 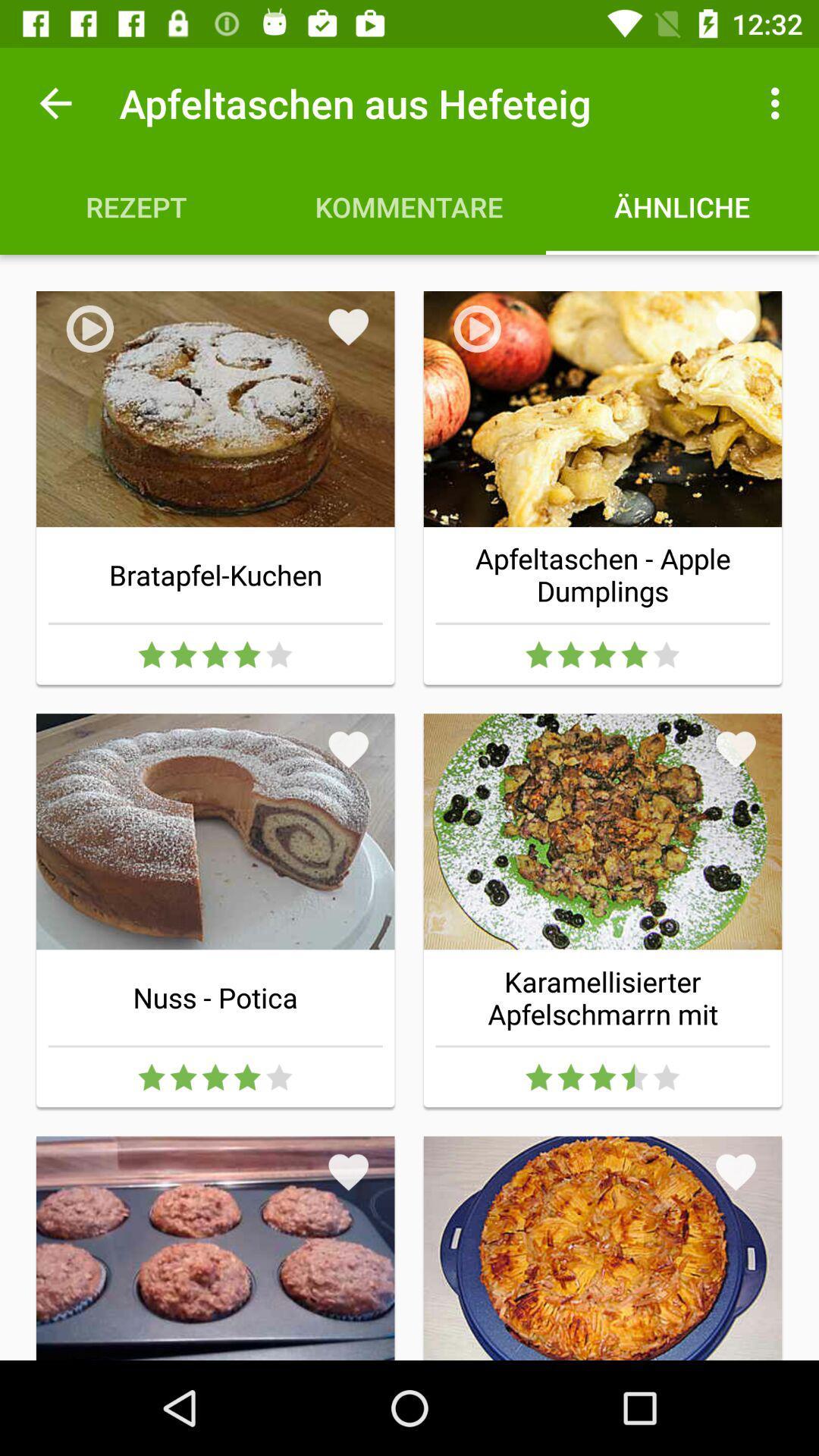 I want to click on icon to the left of the apfeltaschen aus hefeteig icon, so click(x=55, y=102).